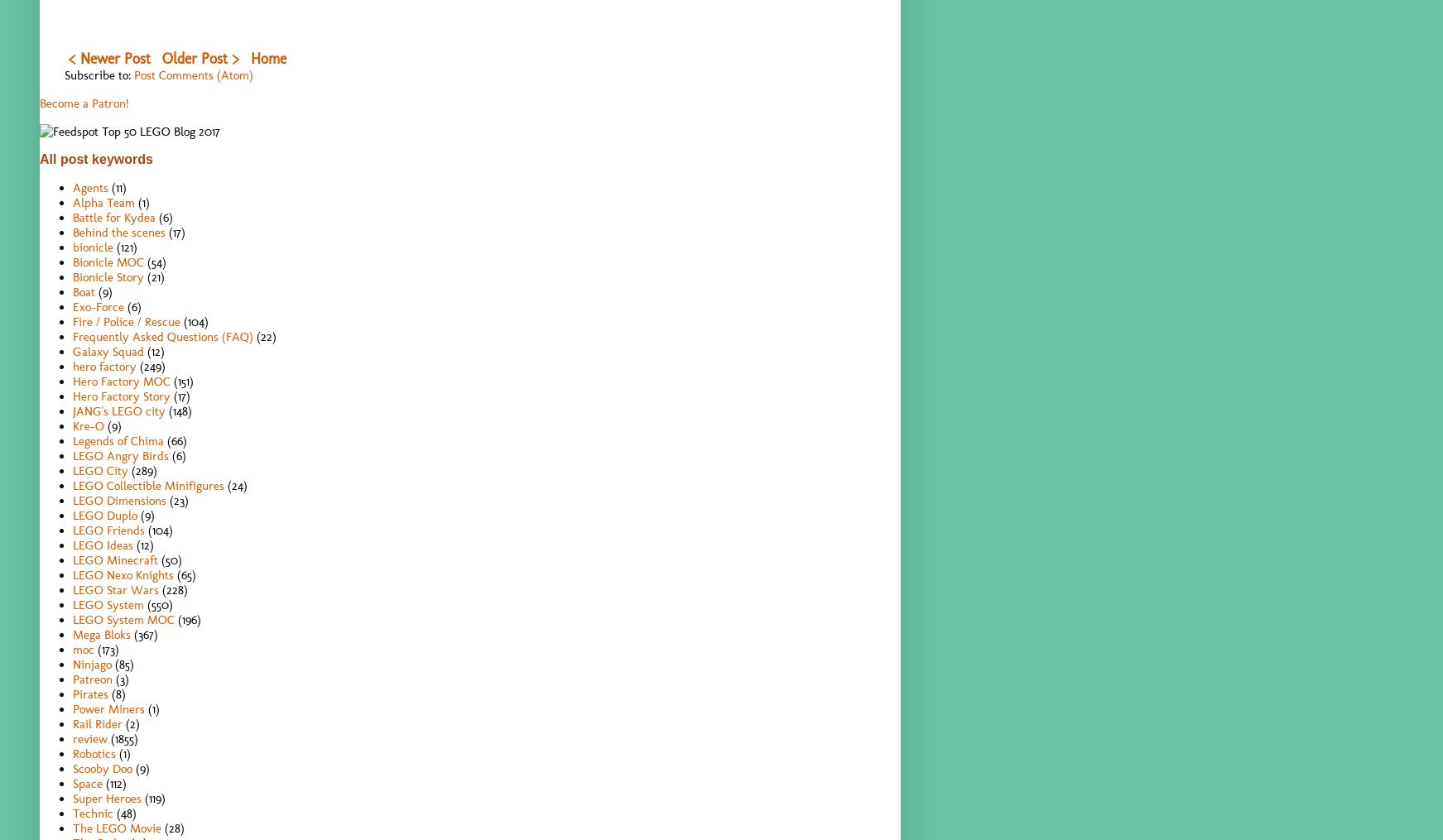  What do you see at coordinates (86, 782) in the screenshot?
I see `'Space'` at bounding box center [86, 782].